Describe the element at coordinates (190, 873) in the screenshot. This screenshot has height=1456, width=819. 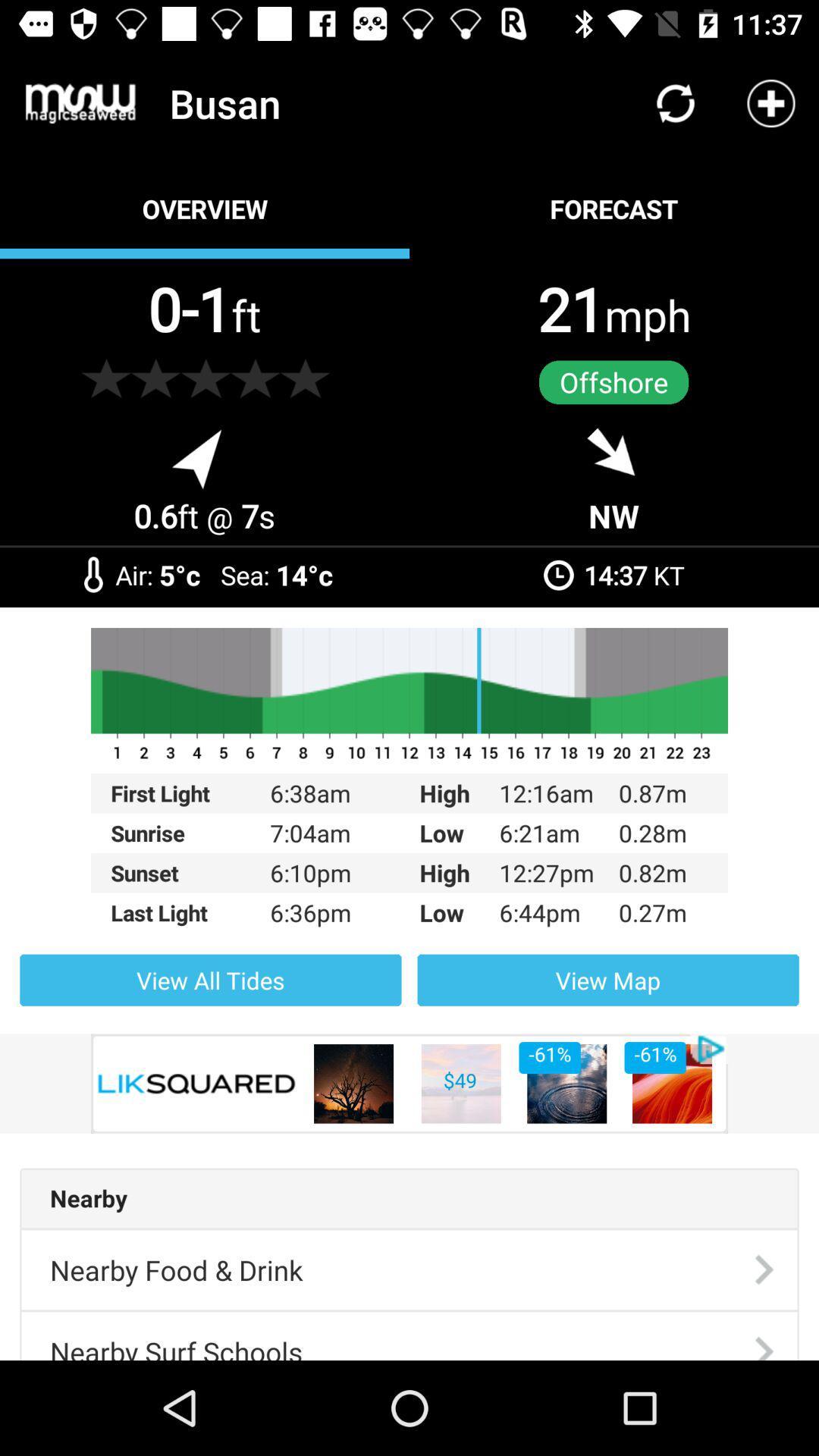
I see `item below sunrise item` at that location.